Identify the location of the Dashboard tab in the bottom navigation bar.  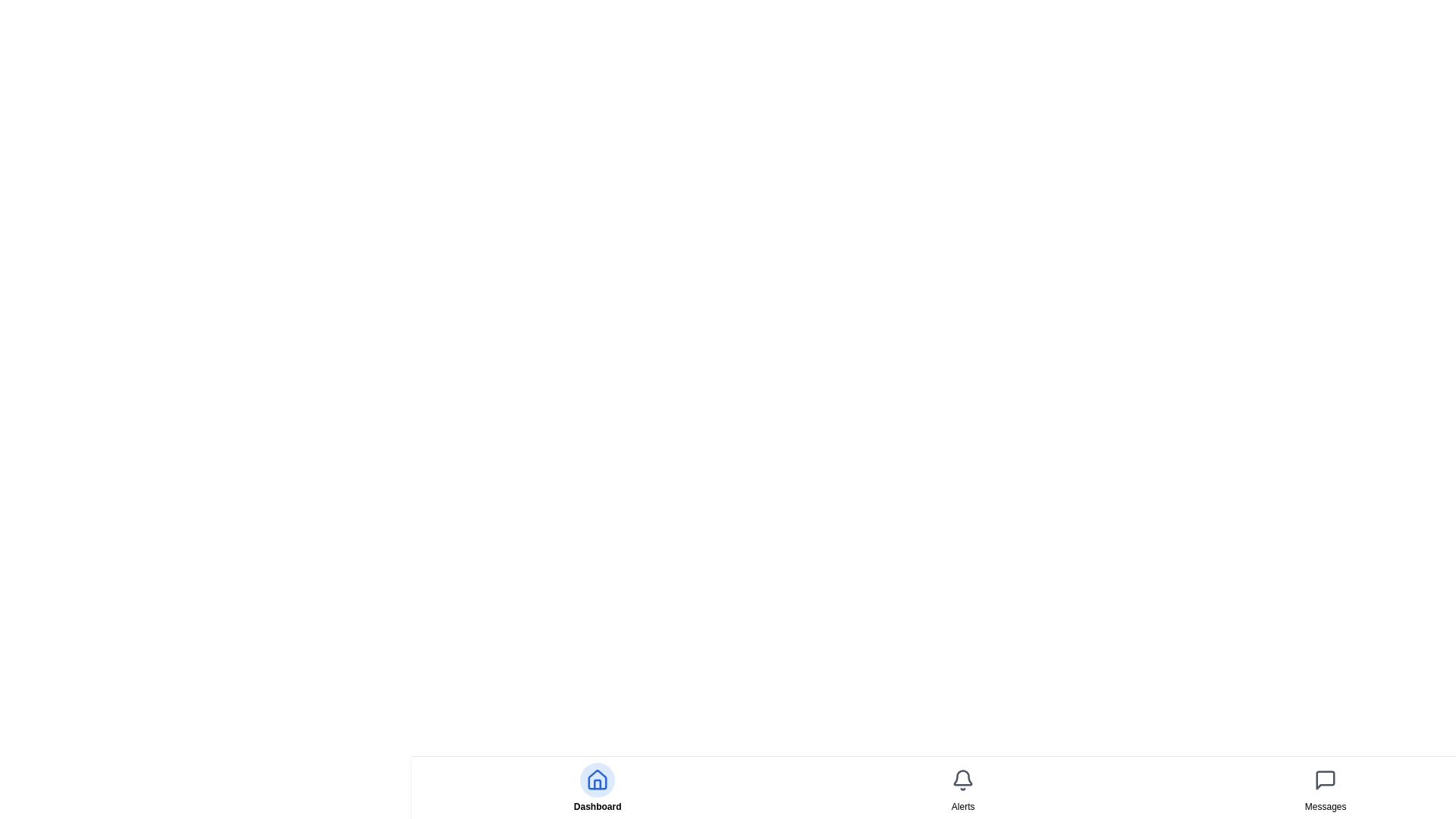
(596, 786).